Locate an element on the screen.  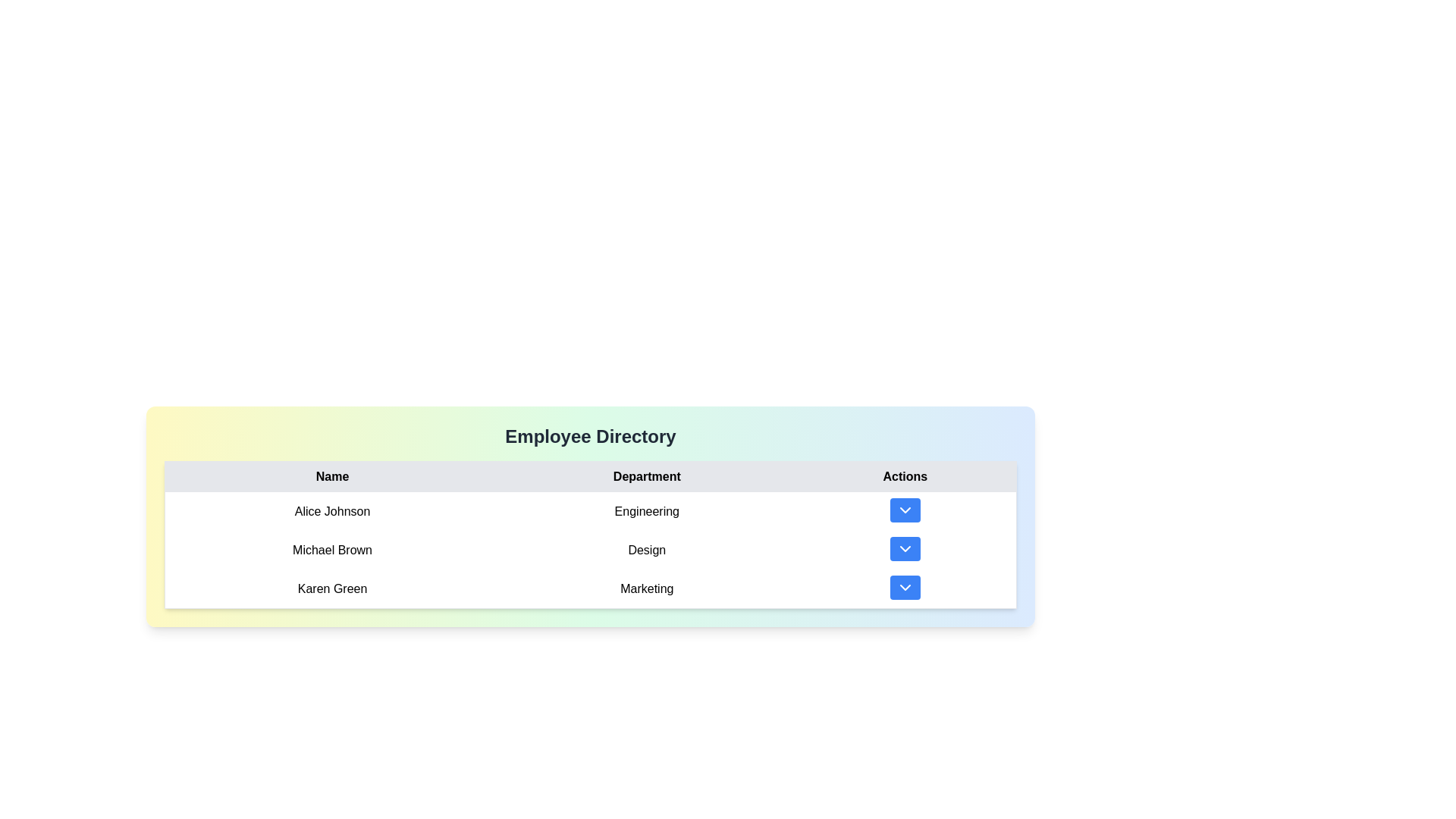
the rectangular button with a blue background and white downwards-pointing arrow in the 'Actions' column for 'Alice Johnson' in the 'Employee Directory' table to trigger the hover effect is located at coordinates (905, 511).